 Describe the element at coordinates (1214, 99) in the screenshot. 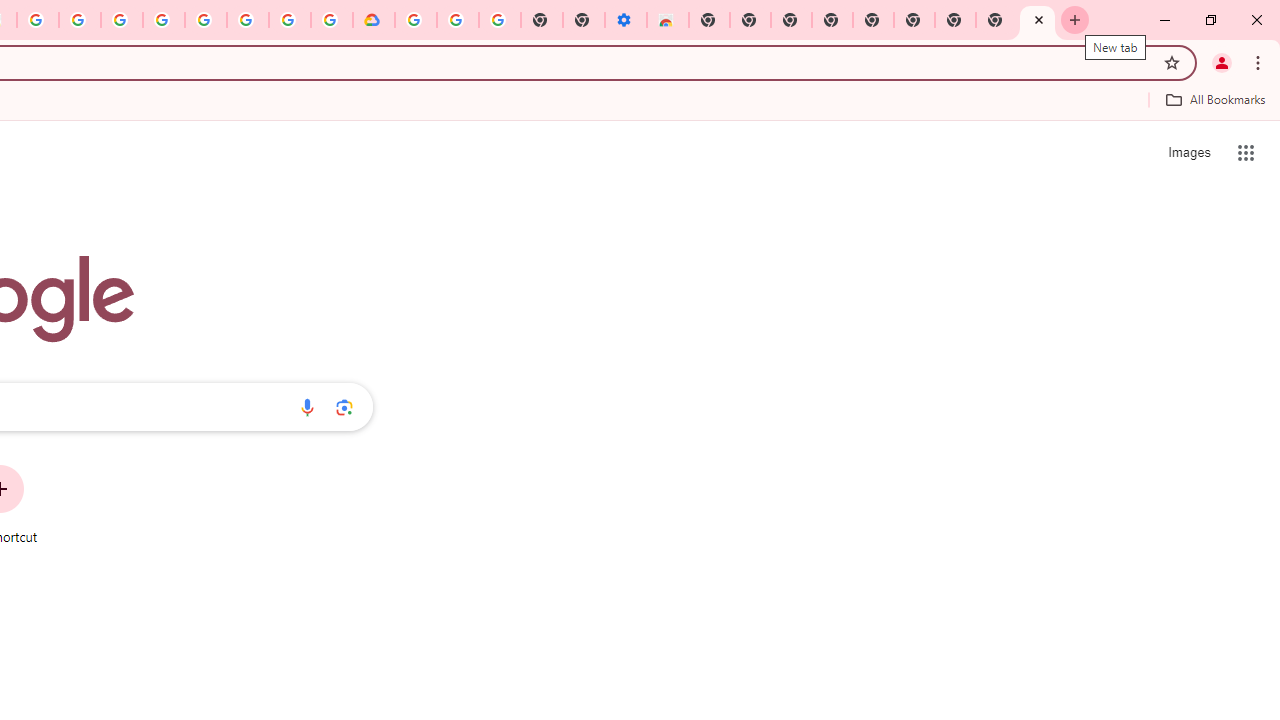

I see `'All Bookmarks'` at that location.